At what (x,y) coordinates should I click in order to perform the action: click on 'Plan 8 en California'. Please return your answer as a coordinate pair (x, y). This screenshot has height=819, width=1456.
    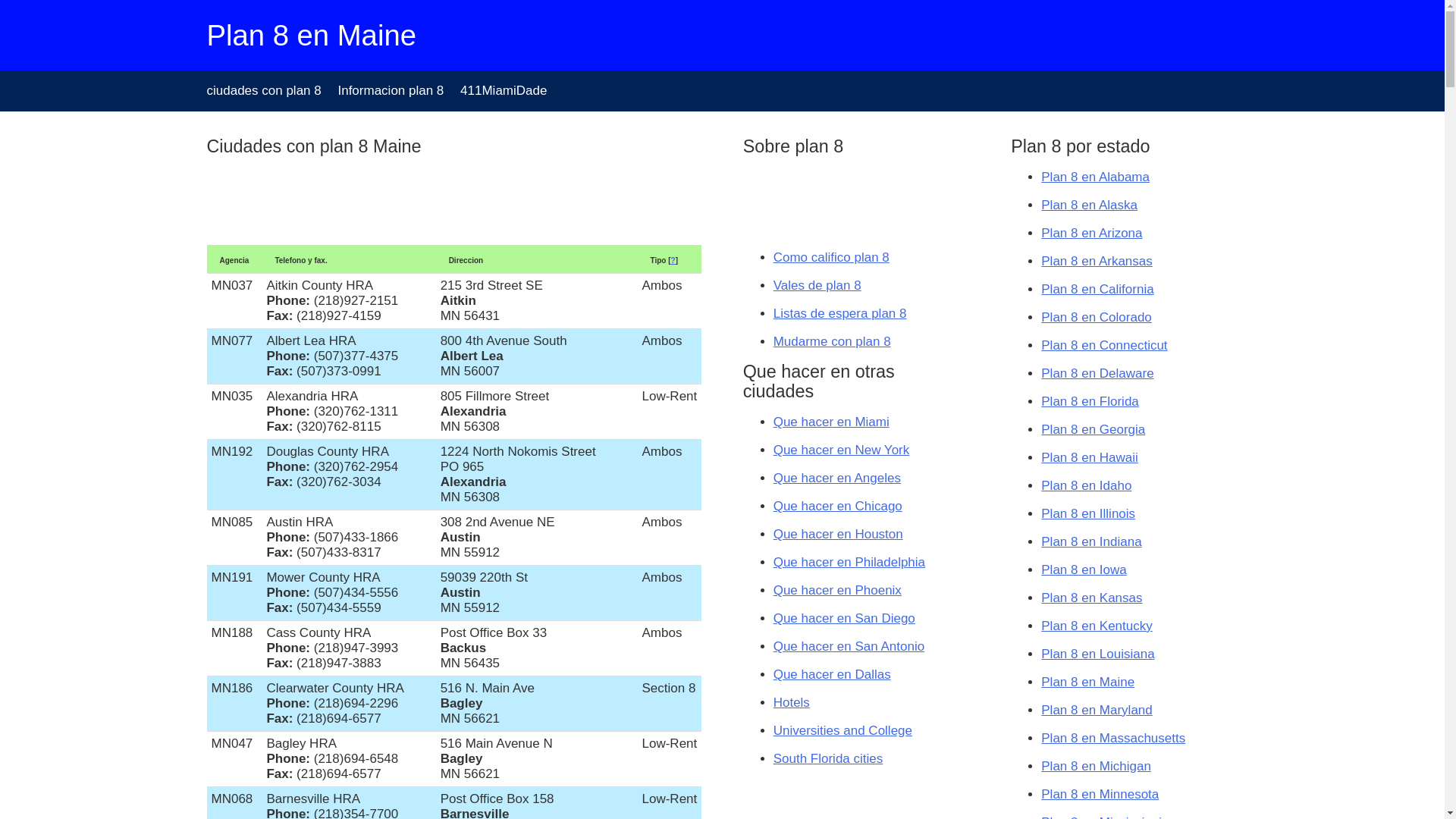
    Looking at the image, I should click on (1097, 289).